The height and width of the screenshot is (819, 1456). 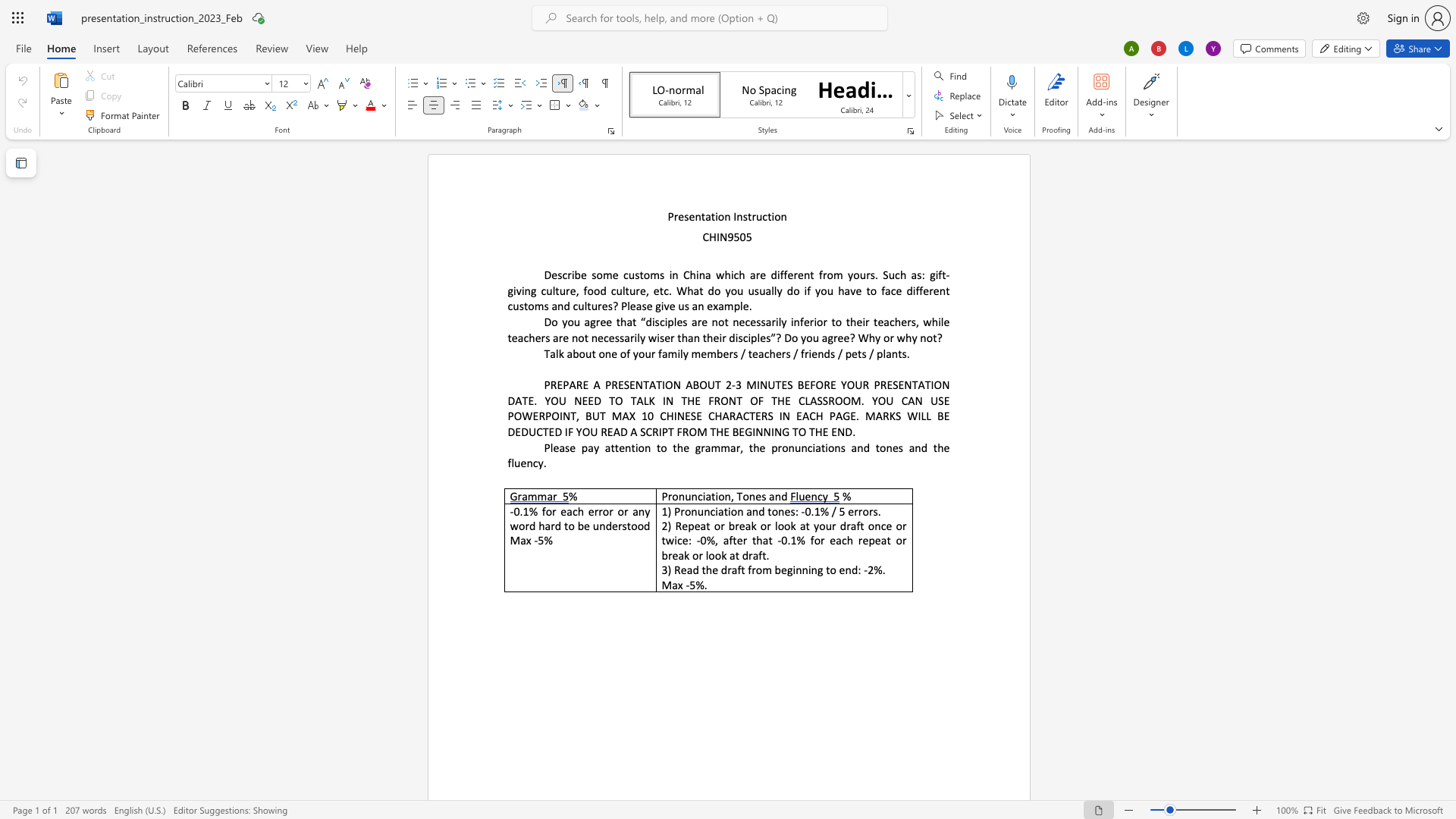 I want to click on the 2th character "l" in the text, so click(x=780, y=321).